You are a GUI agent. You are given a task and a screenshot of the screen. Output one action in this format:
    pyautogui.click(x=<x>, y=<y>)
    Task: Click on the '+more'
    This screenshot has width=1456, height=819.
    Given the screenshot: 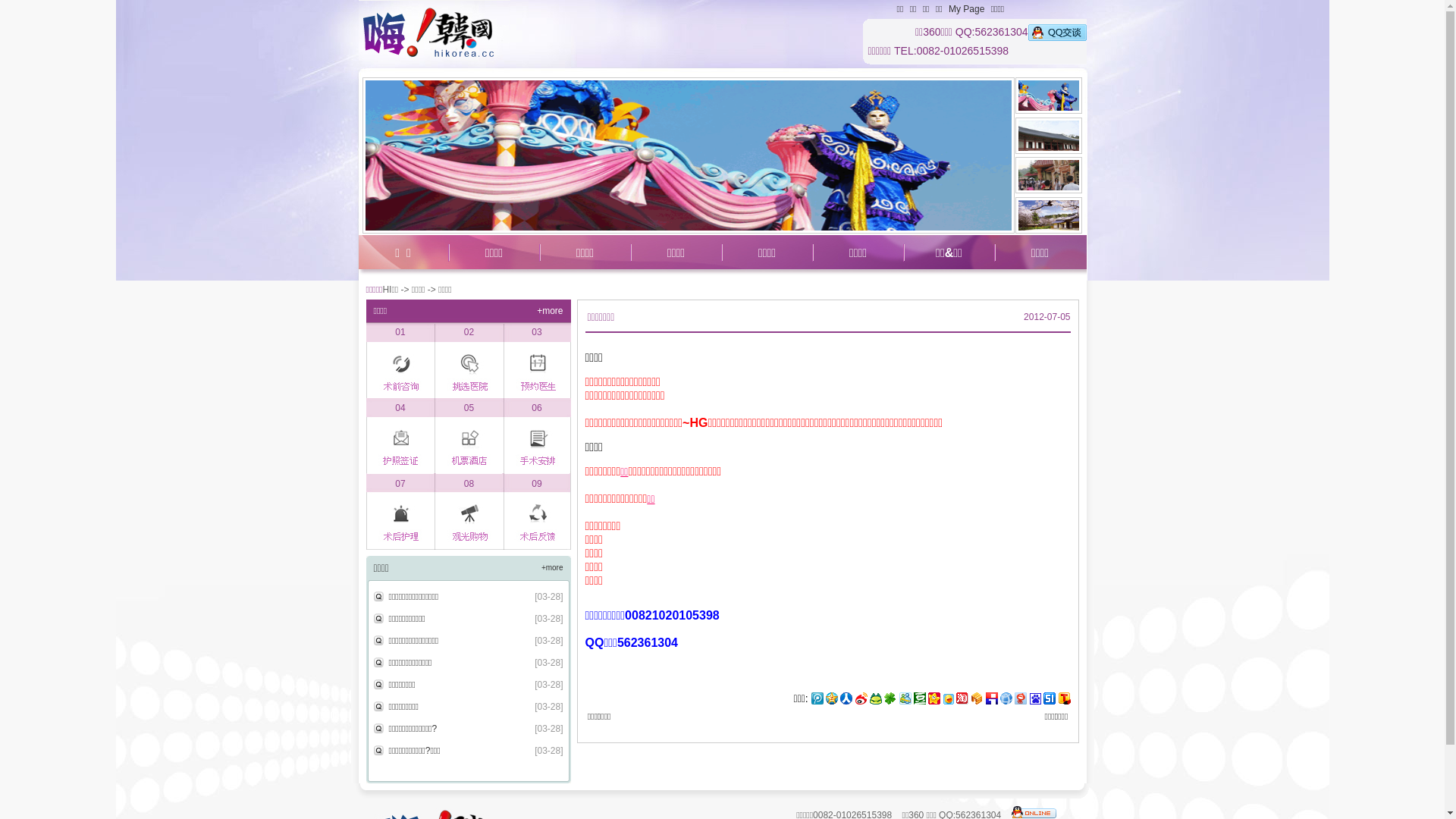 What is the action you would take?
    pyautogui.click(x=551, y=567)
    